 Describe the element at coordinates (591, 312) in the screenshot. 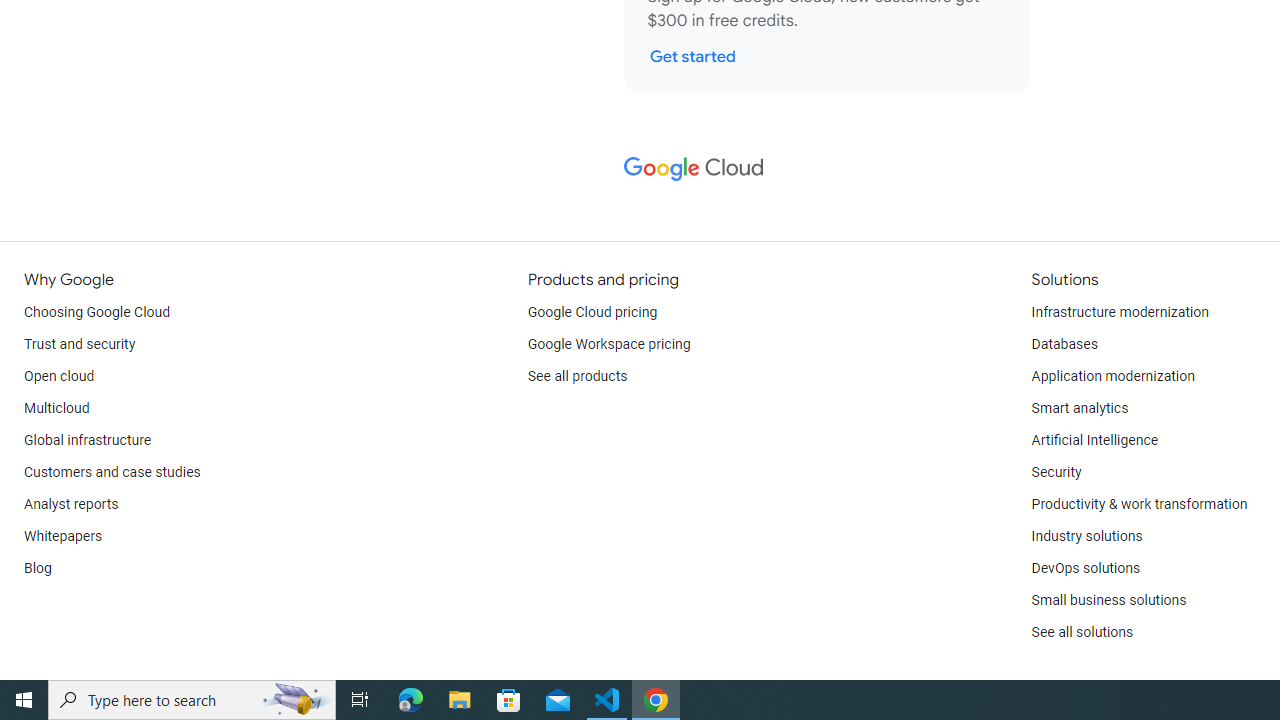

I see `'Google Cloud pricing'` at that location.